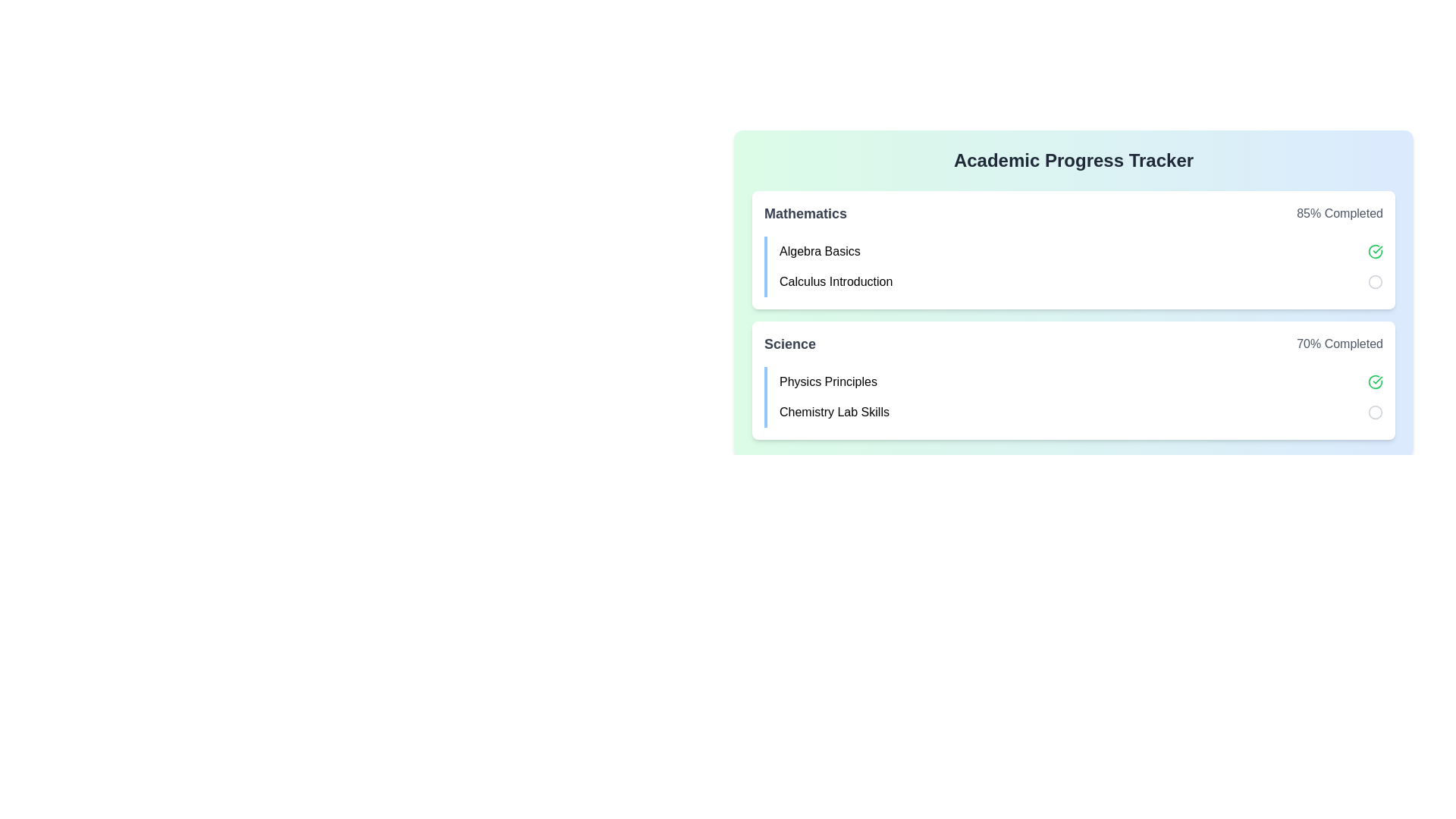 The image size is (1456, 819). What do you see at coordinates (1376, 250) in the screenshot?
I see `the Circular icon with check mark that signifies the completion of the 'Algebra Basics' course, located to the far right of the course title` at bounding box center [1376, 250].